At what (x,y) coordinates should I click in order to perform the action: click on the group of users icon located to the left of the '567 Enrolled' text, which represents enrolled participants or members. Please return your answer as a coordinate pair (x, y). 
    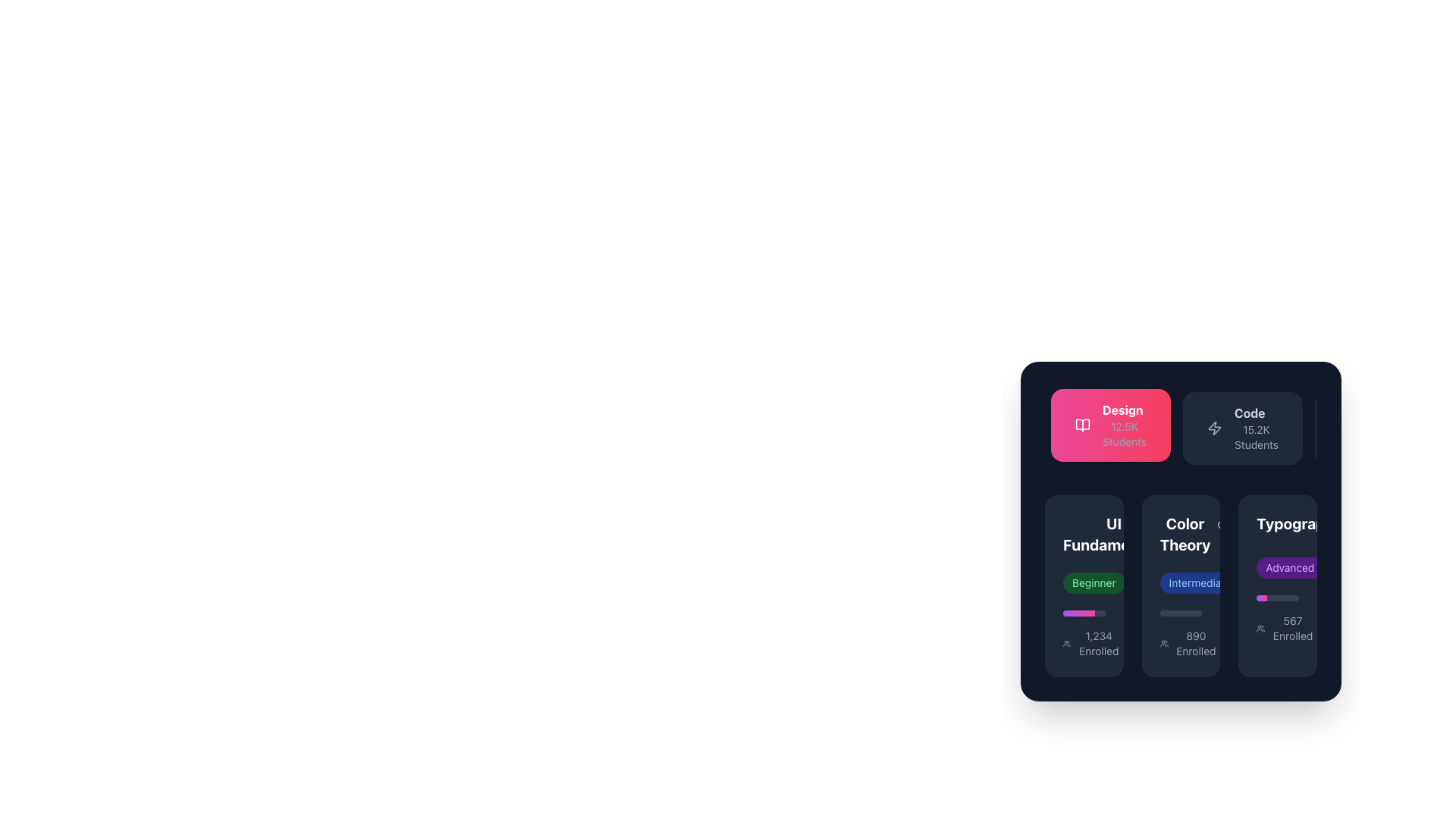
    Looking at the image, I should click on (1260, 629).